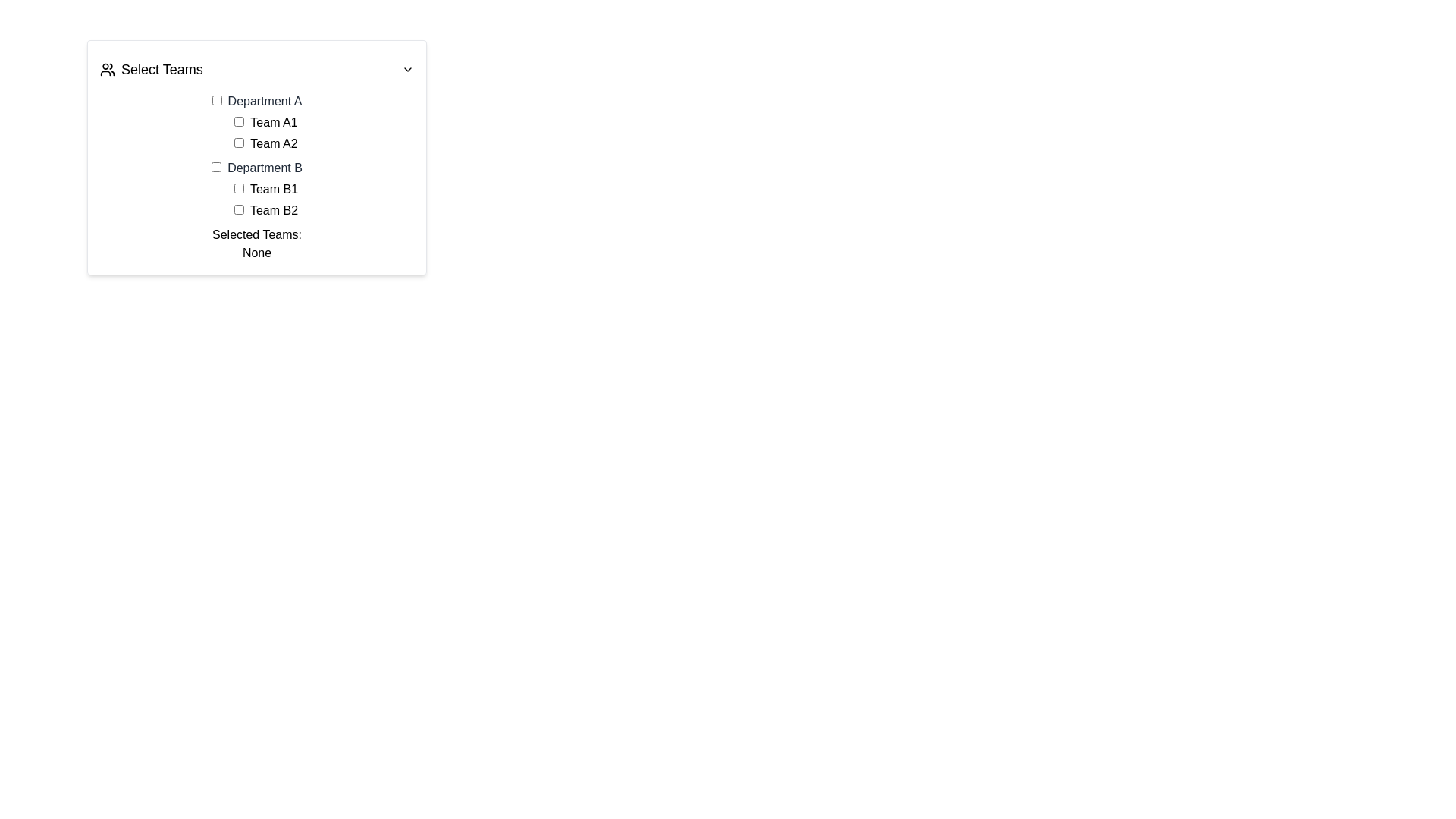  I want to click on the text of the Dropdown Header labeled 'Select Teams', which is located at the topmost position within a bordered box component, so click(257, 70).